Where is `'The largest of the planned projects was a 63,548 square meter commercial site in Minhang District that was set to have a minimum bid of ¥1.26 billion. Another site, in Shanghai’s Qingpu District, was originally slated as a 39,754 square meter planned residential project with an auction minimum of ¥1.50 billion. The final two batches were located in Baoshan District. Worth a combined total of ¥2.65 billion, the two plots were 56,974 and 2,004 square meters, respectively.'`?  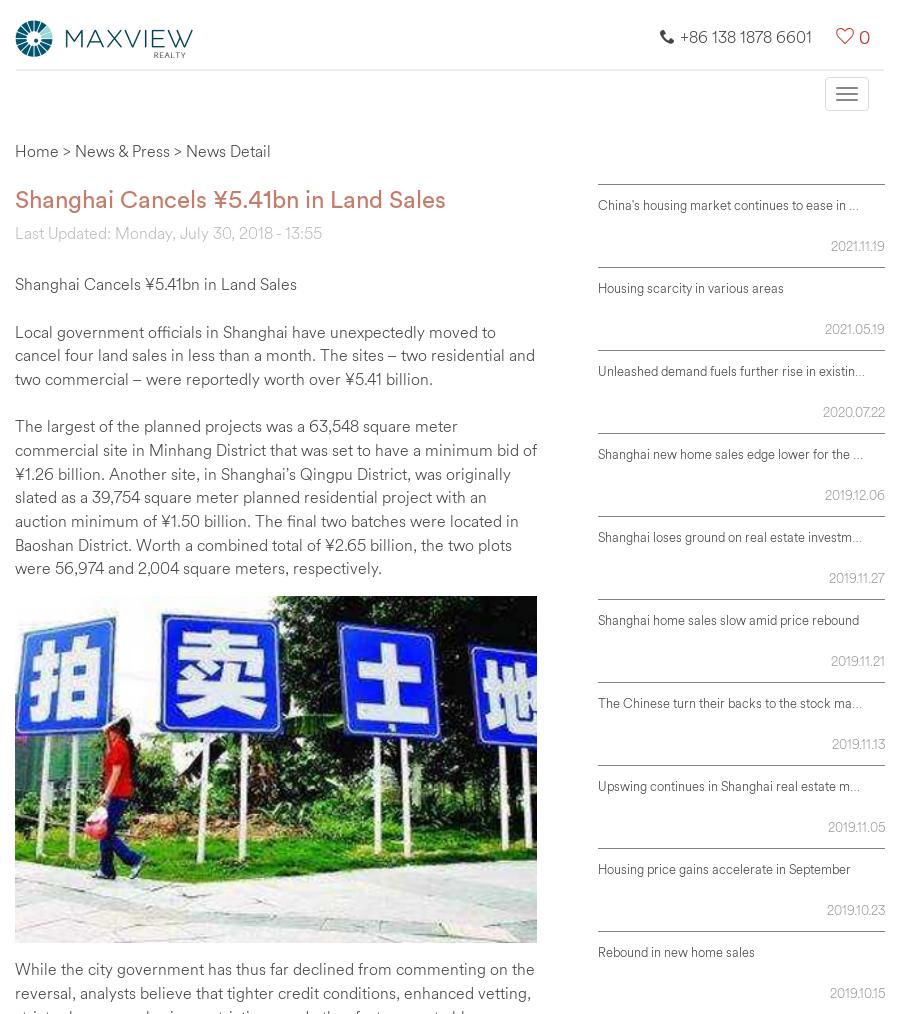
'The largest of the planned projects was a 63,548 square meter commercial site in Minhang District that was set to have a minimum bid of ¥1.26 billion. Another site, in Shanghai’s Qingpu District, was originally slated as a 39,754 square meter planned residential project with an auction minimum of ¥1.50 billion. The final two batches were located in Baoshan District. Worth a combined total of ¥2.65 billion, the two plots were 56,974 and 2,004 square meters, respectively.' is located at coordinates (14, 496).